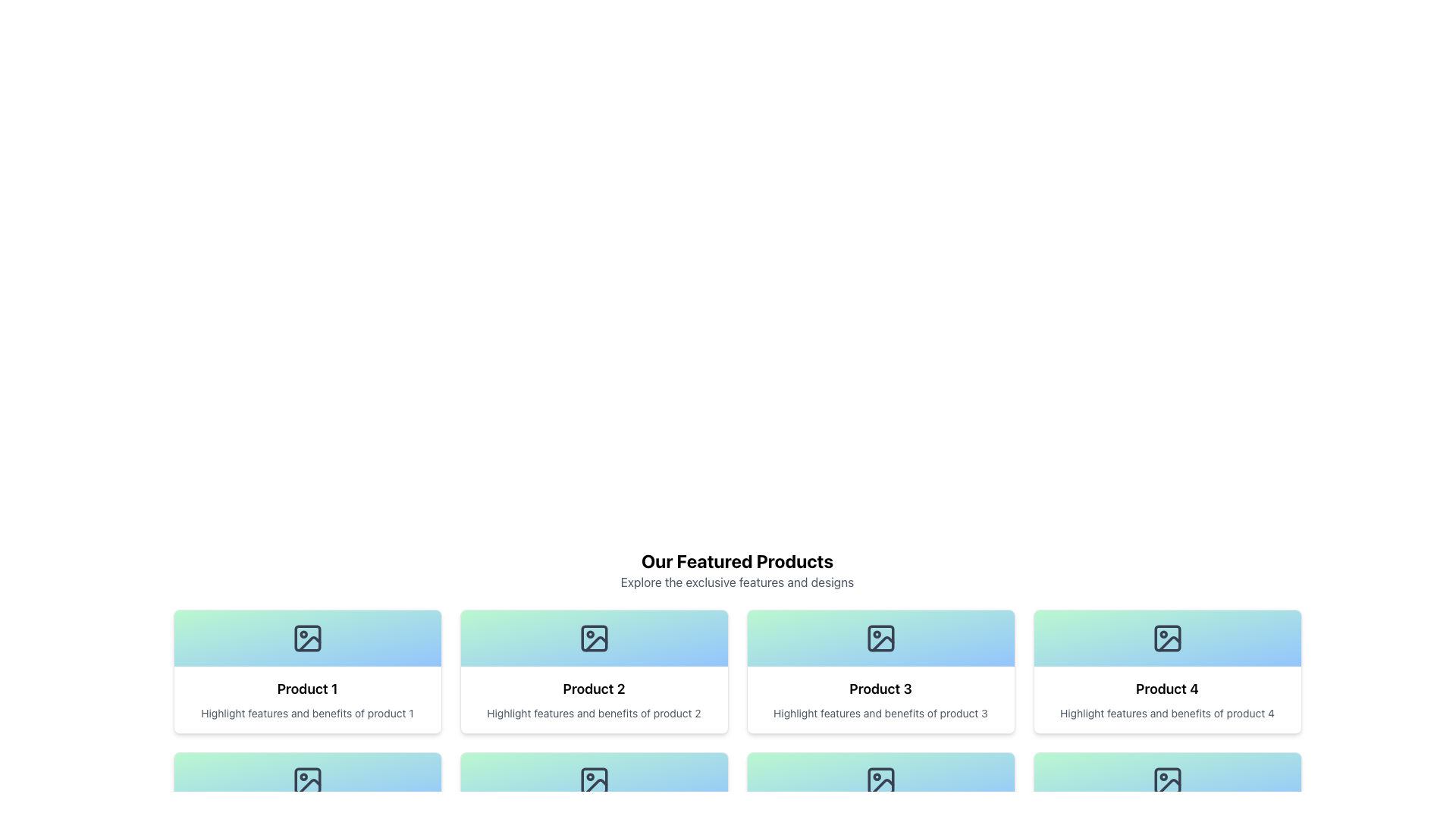  What do you see at coordinates (306, 699) in the screenshot?
I see `the text block displaying 'Product 1' which includes a bold title and a subtitle about product features, located in the bottom half of the first product card in the grid of featured products` at bounding box center [306, 699].